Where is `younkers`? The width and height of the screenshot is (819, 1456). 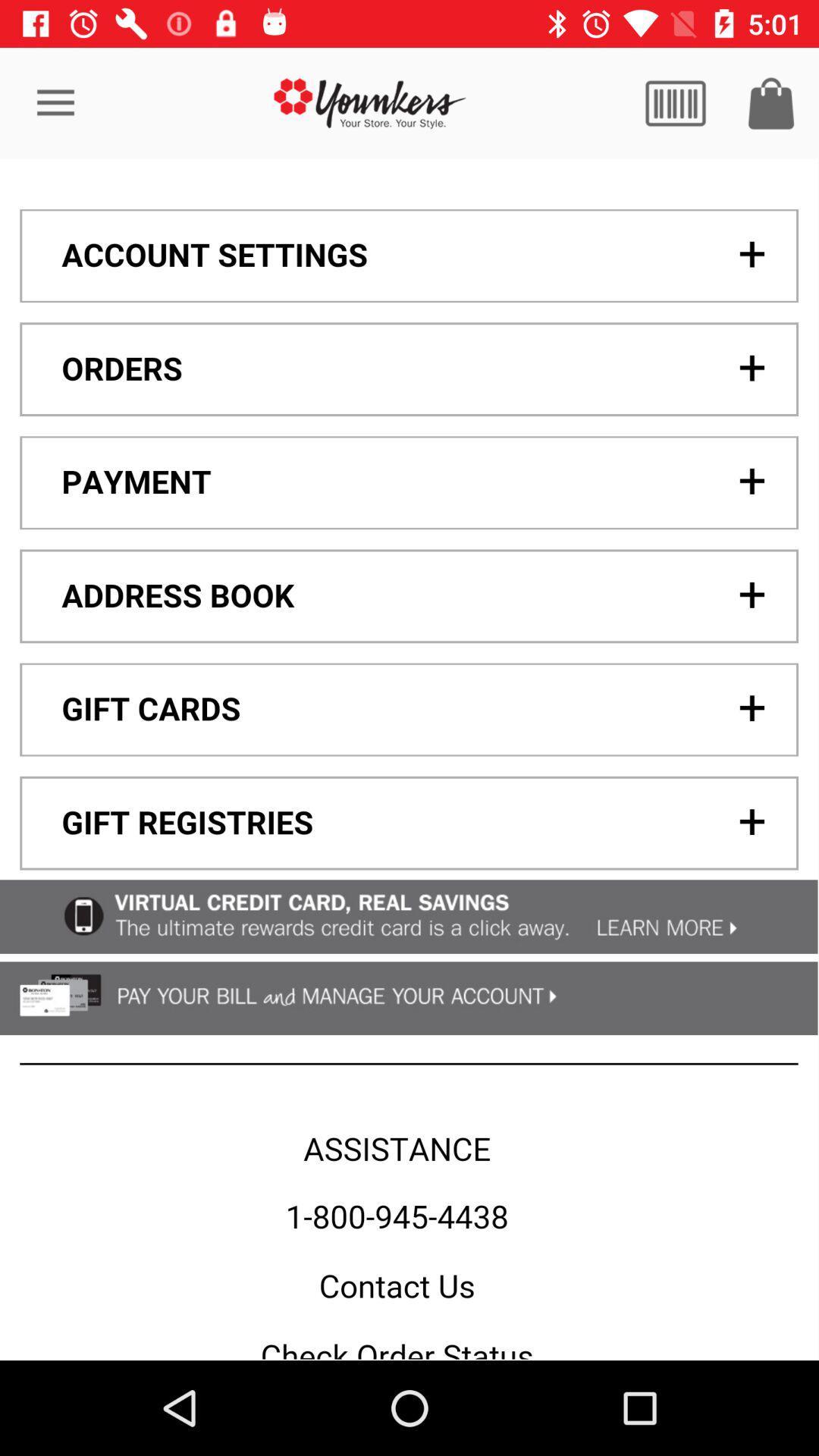 younkers is located at coordinates (369, 102).